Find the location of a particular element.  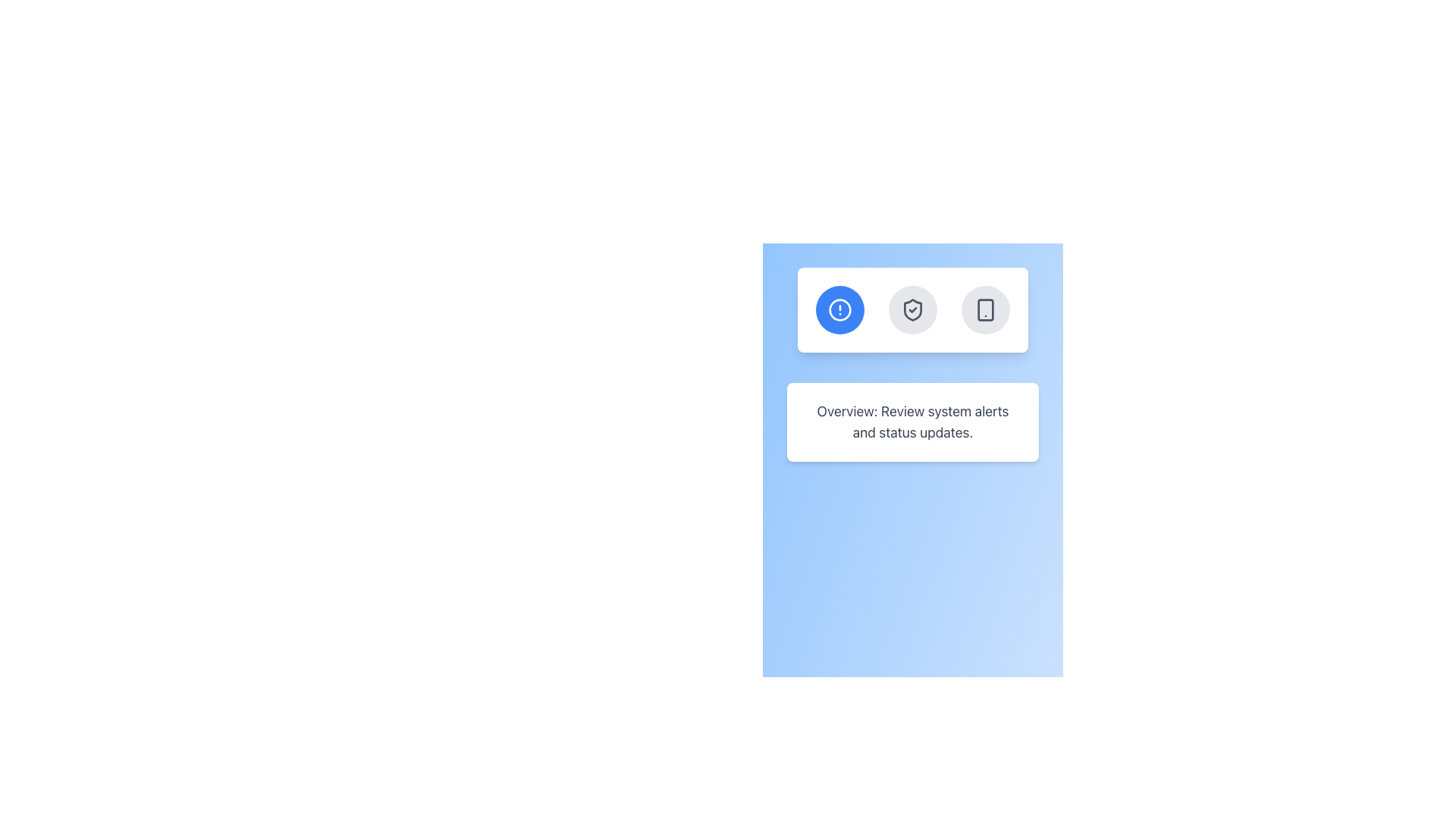

the smartphone icon located in the rightmost group of three circular icons at the top of the interface, which is the third icon to the right of the shield icon is located at coordinates (986, 309).